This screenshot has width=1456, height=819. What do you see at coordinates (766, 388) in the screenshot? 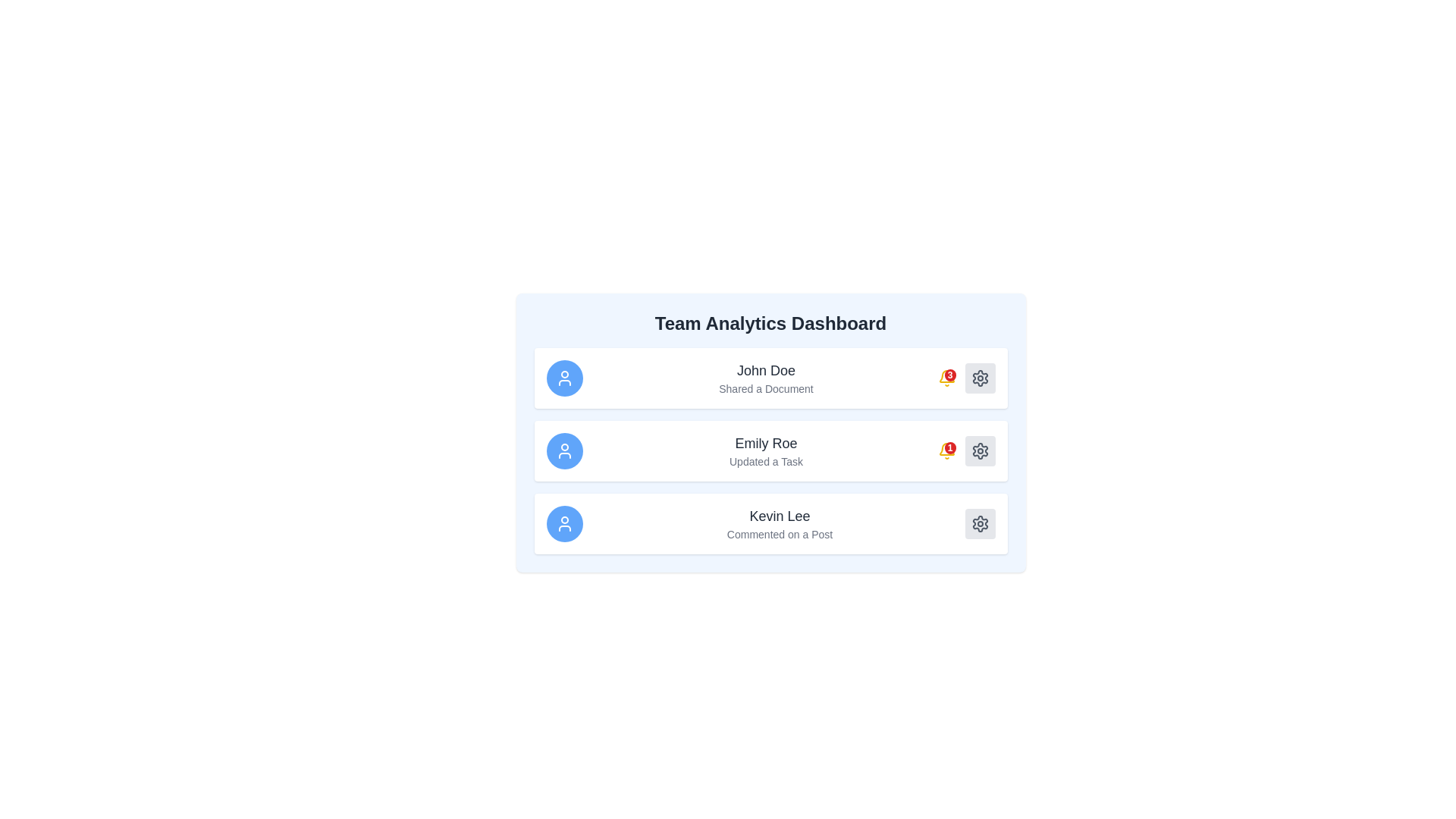
I see `the text label displaying 'Shared a Document' located directly underneath the name 'John Doe' within the notification card` at bounding box center [766, 388].